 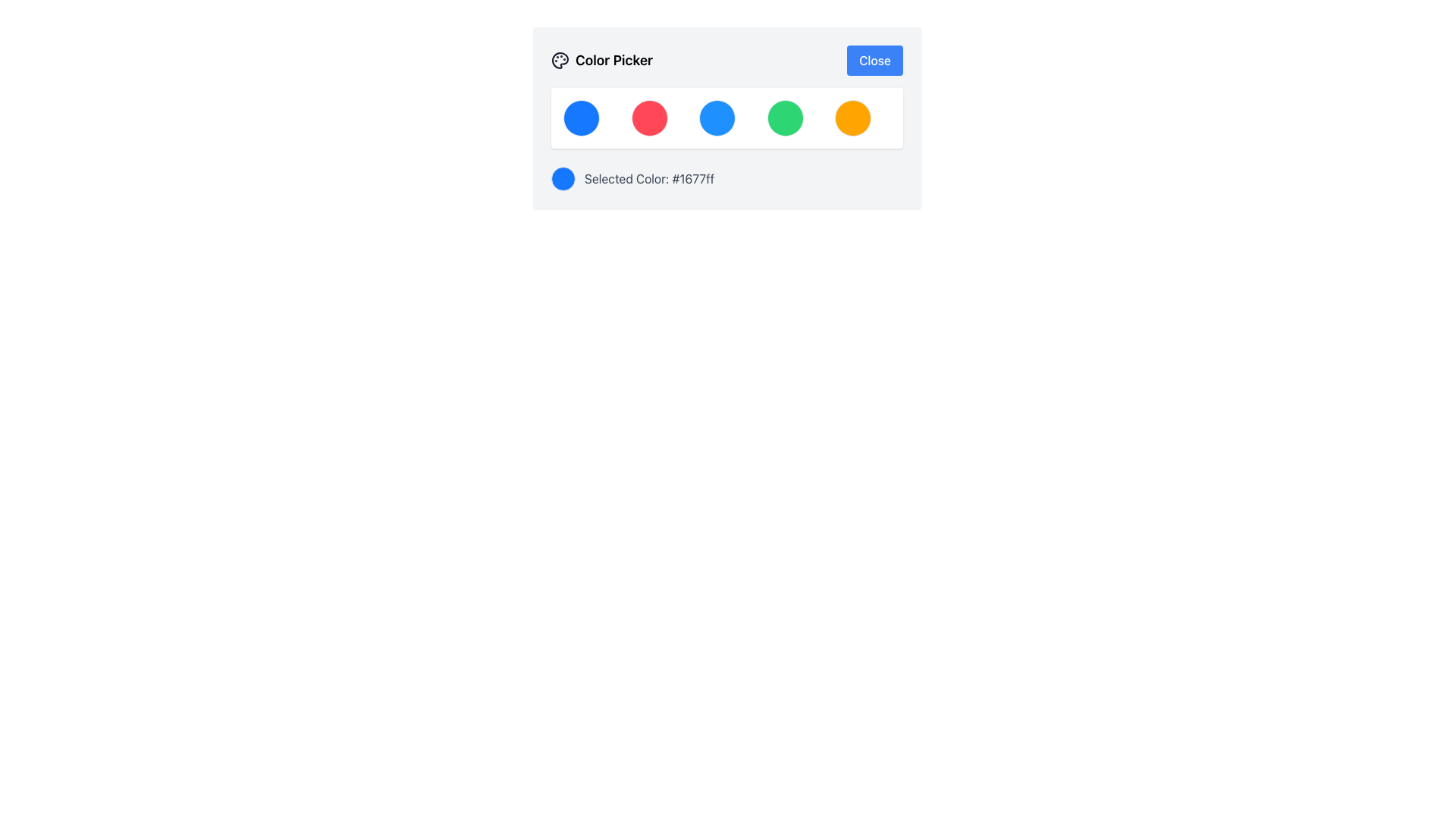 I want to click on the vibrant blue circular button, which is the third in a row of five buttons, so click(x=717, y=117).